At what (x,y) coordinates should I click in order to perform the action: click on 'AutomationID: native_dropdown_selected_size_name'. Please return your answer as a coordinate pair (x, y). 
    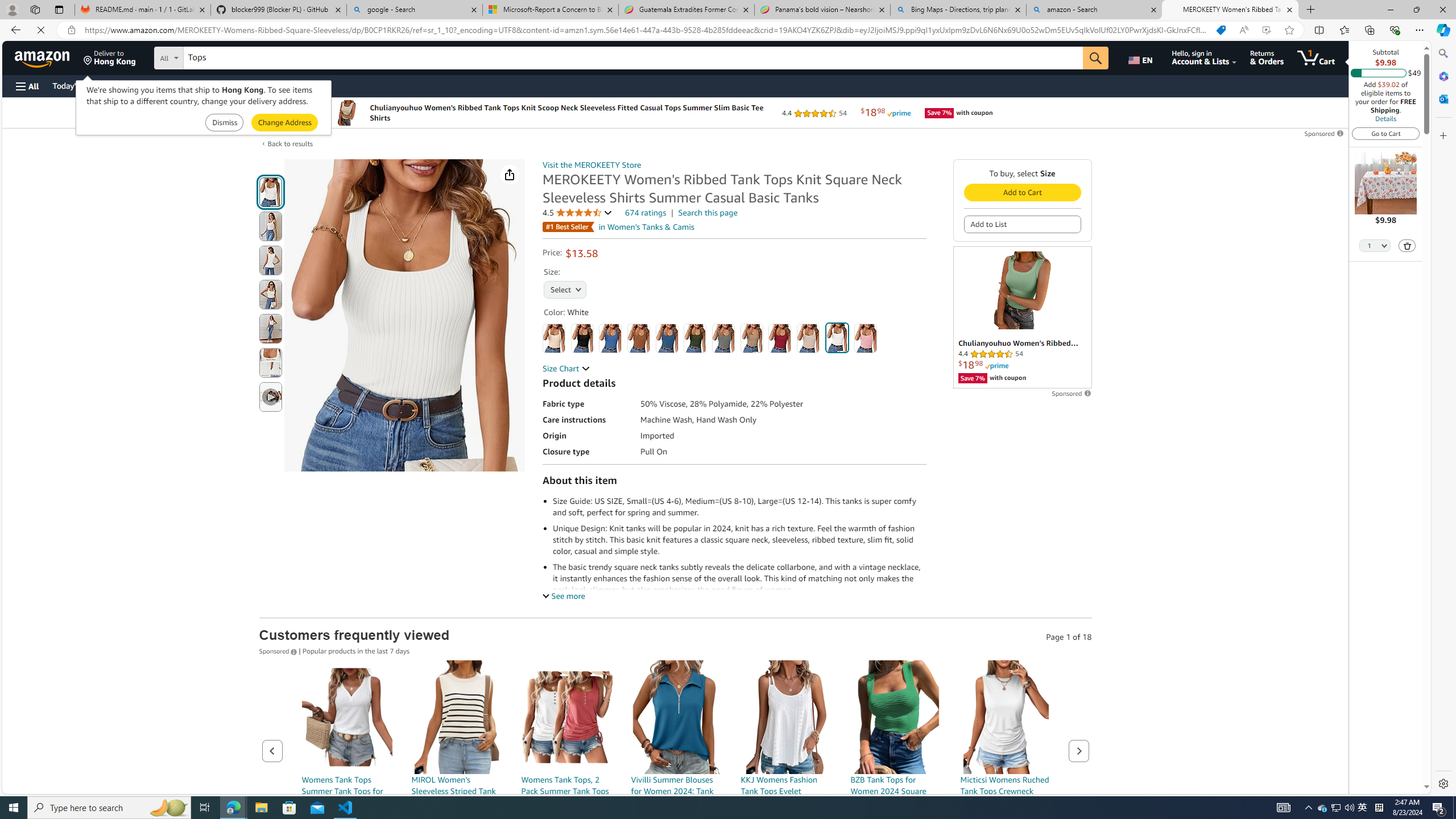
    Looking at the image, I should click on (564, 288).